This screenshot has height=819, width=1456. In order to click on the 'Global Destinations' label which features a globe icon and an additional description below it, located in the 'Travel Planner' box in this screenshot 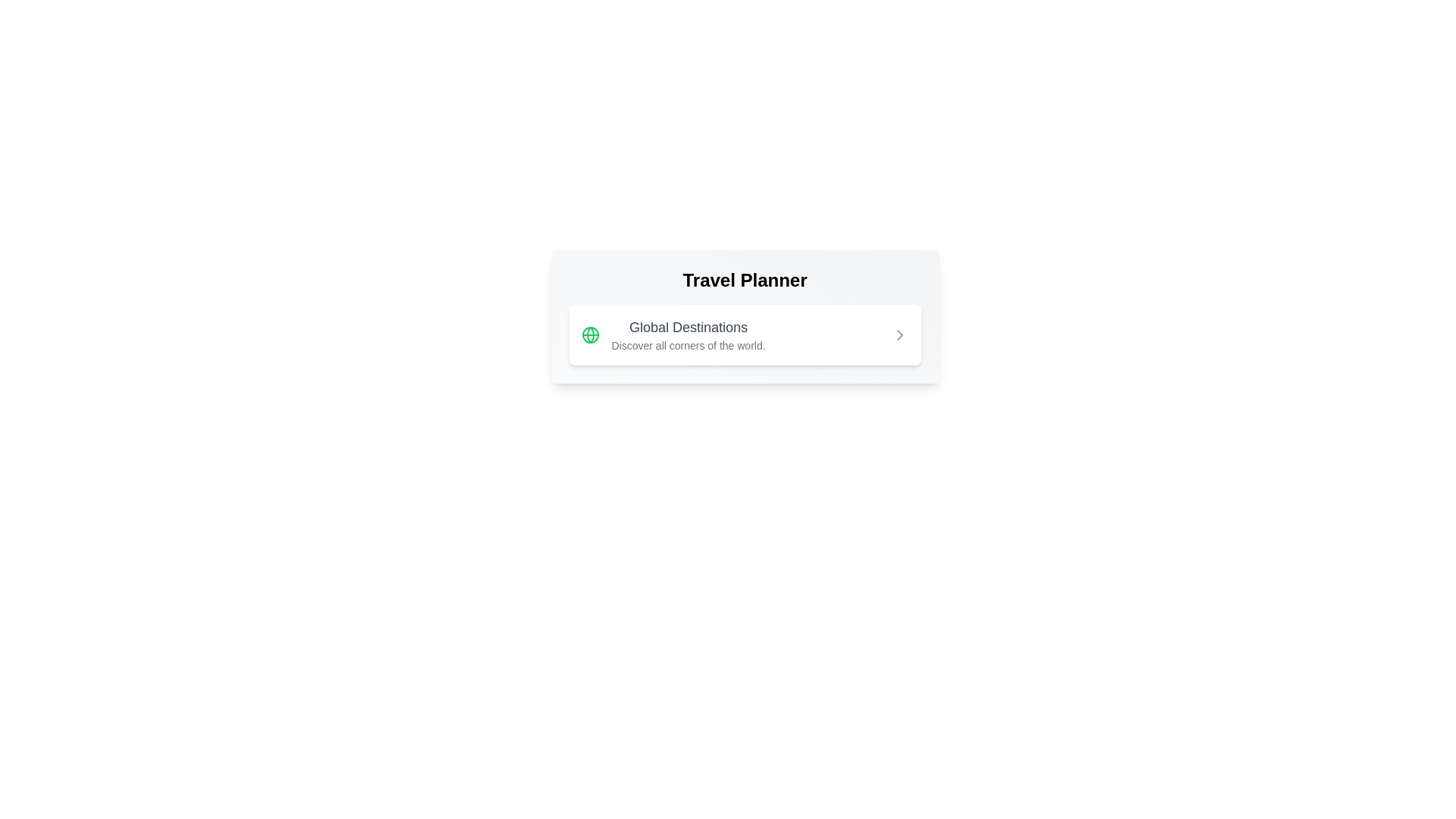, I will do `click(673, 334)`.